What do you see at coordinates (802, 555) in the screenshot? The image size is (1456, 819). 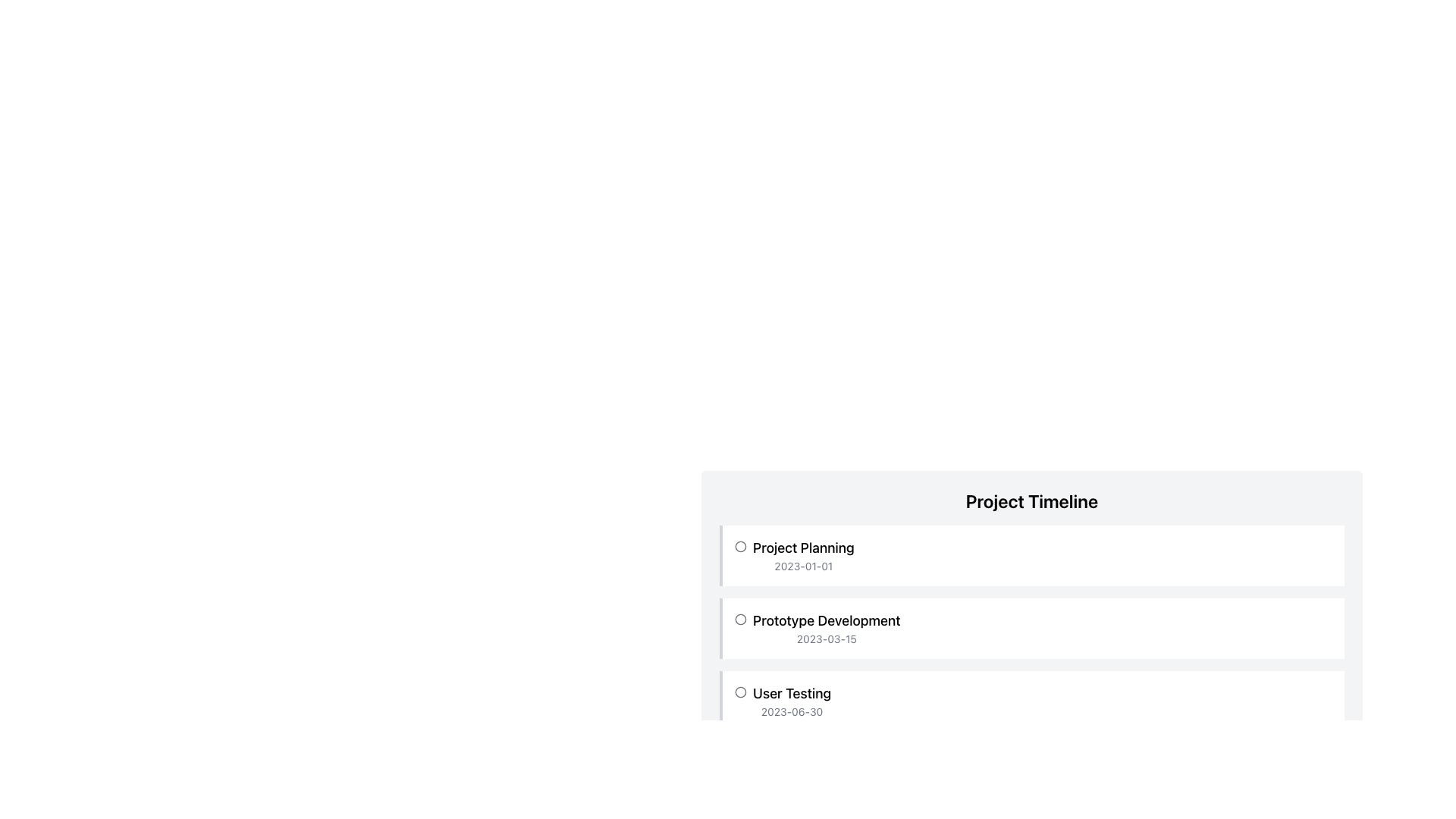 I see `project name and date displayed in the uppermost list entry under the heading 'Project Timeline'` at bounding box center [802, 555].